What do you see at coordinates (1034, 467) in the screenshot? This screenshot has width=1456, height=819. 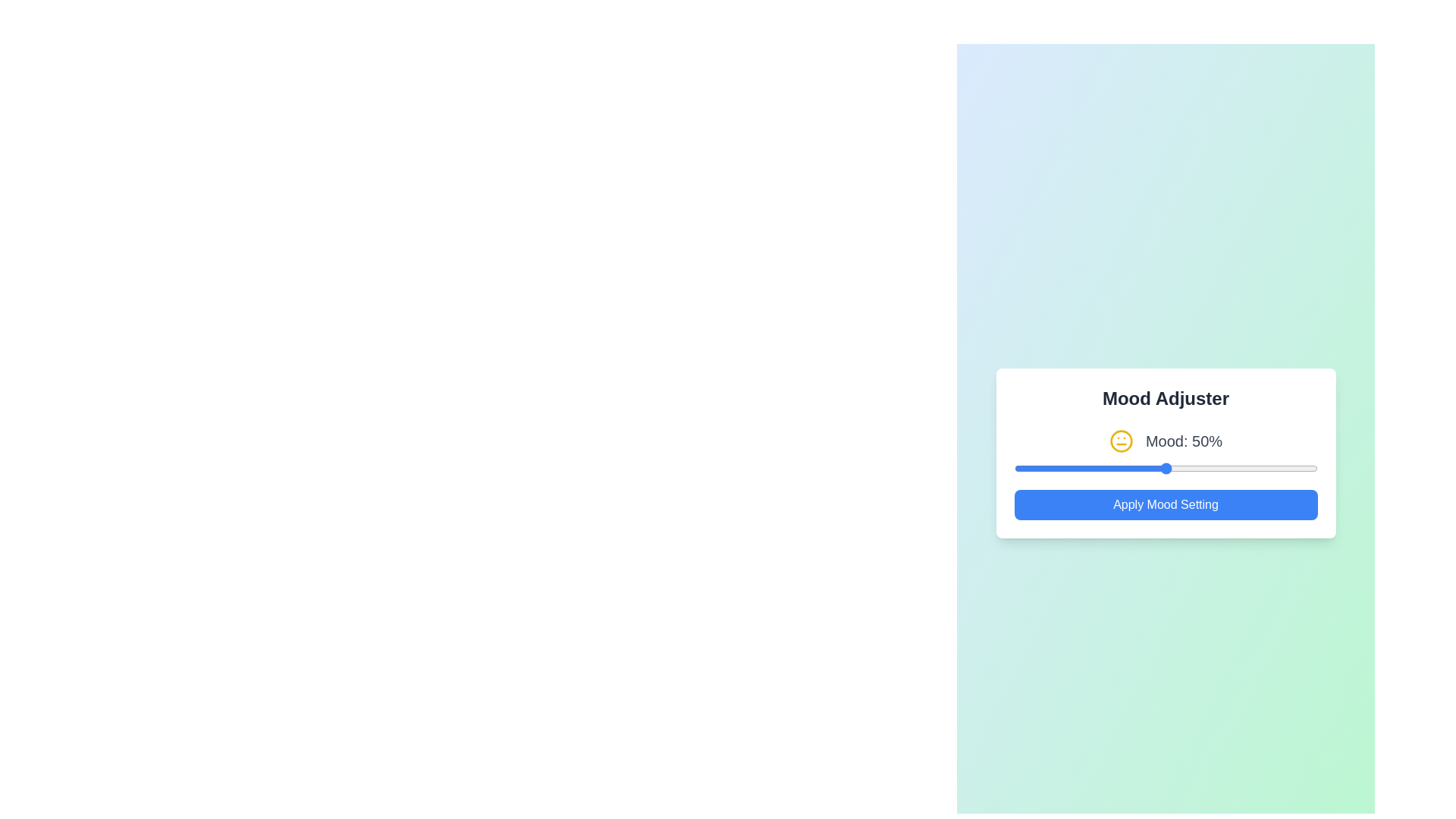 I see `the mood slider to set the mood value to 7%` at bounding box center [1034, 467].